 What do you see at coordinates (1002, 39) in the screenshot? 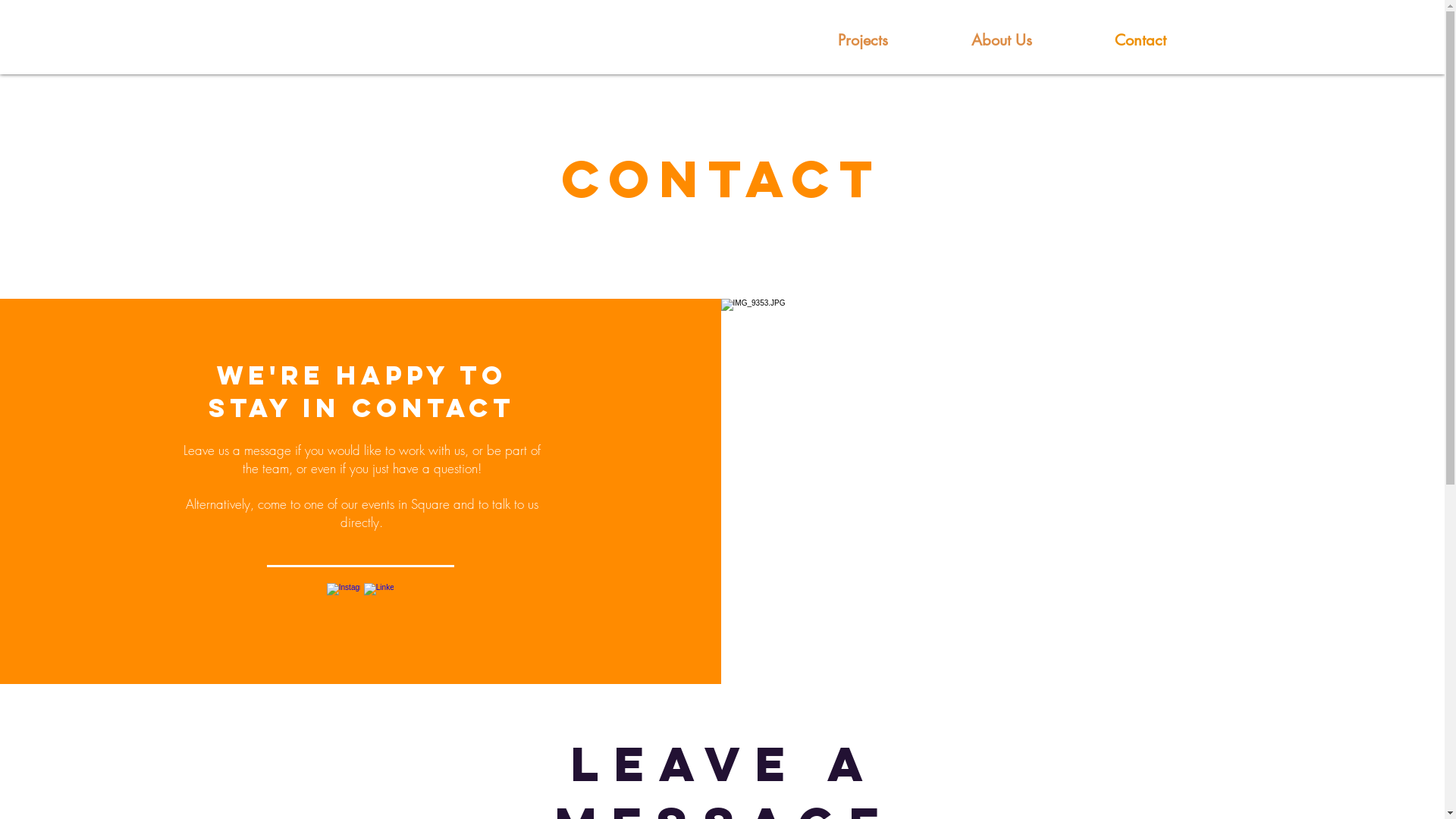
I see `'About Us'` at bounding box center [1002, 39].